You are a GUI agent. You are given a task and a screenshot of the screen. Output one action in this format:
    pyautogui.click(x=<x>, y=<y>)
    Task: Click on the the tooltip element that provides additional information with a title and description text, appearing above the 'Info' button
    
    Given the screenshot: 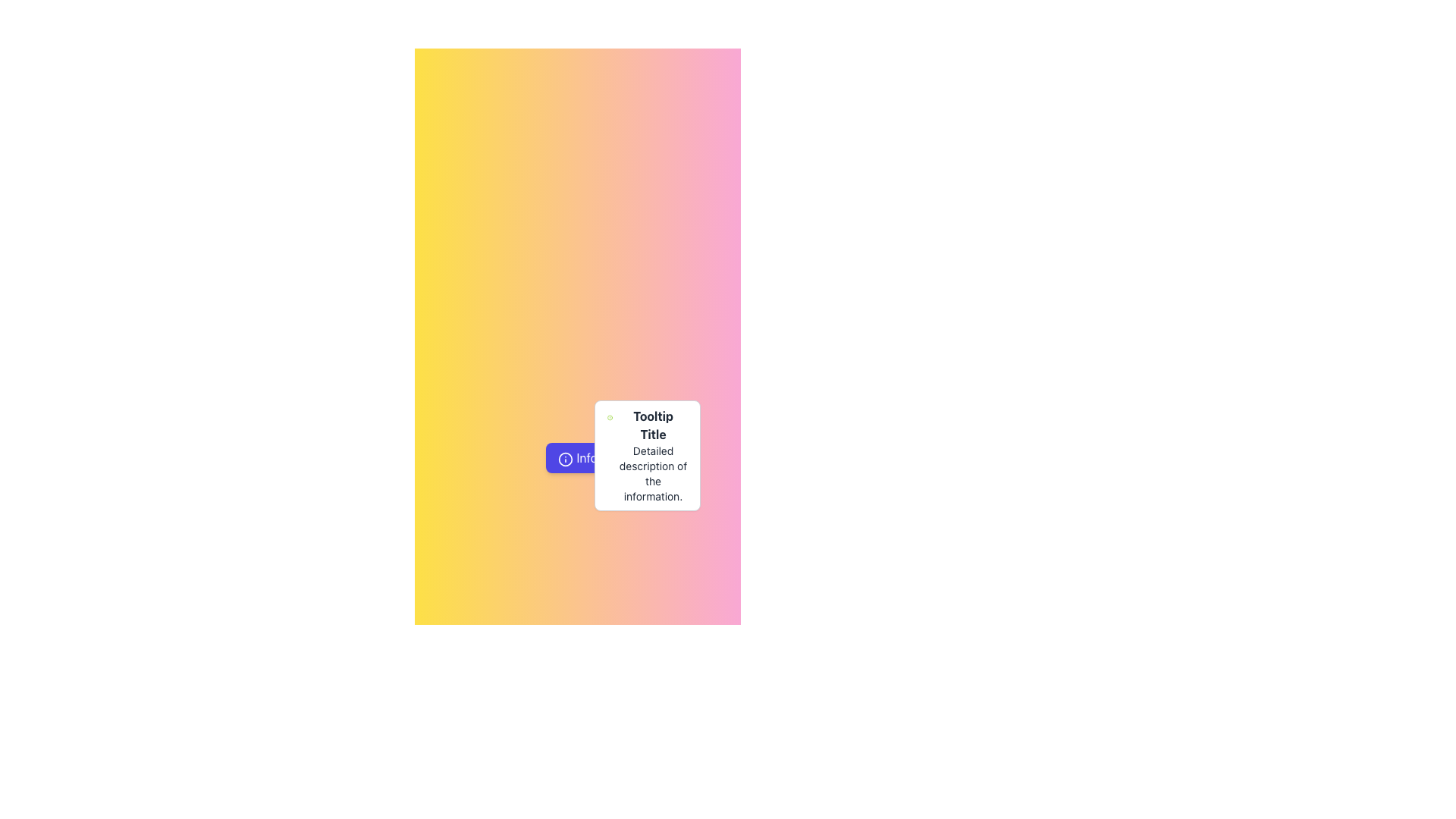 What is the action you would take?
    pyautogui.click(x=648, y=455)
    